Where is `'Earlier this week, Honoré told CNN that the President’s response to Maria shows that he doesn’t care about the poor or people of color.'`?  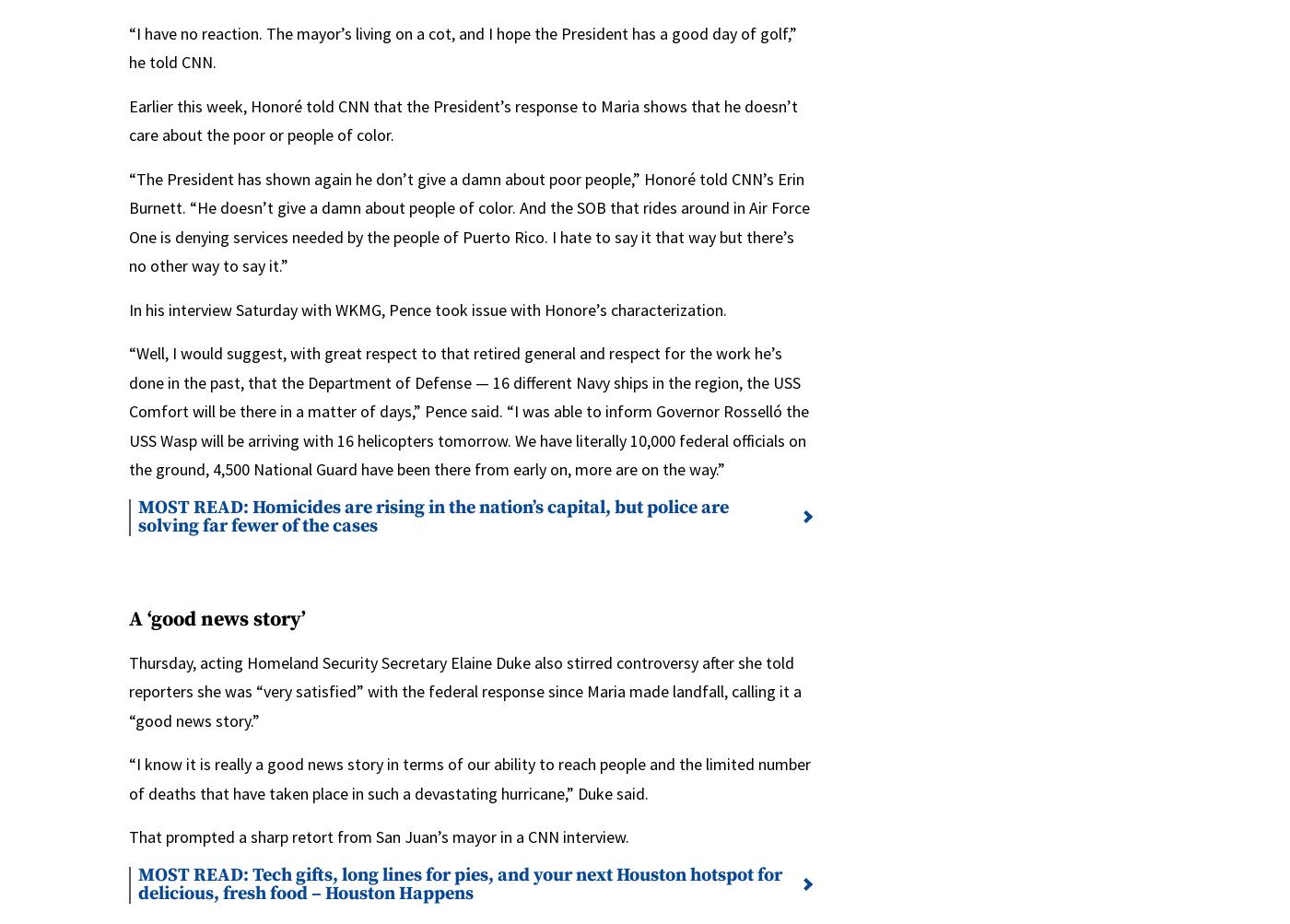
'Earlier this week, Honoré told CNN that the President’s response to Maria shows that he doesn’t care about the poor or people of color.' is located at coordinates (463, 119).